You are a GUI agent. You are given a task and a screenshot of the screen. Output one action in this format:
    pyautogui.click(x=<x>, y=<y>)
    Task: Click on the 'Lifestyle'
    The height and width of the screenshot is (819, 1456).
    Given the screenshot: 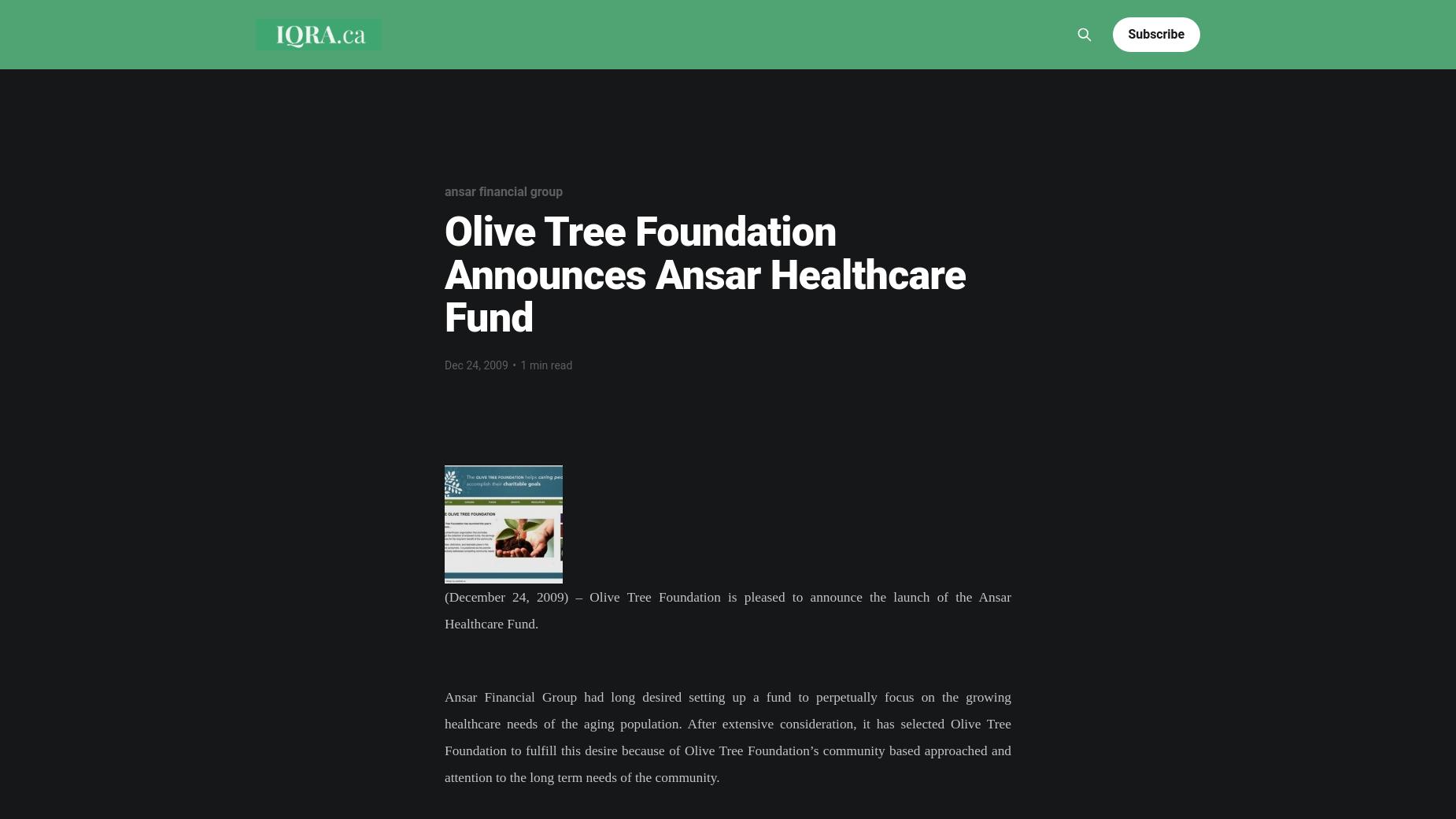 What is the action you would take?
    pyautogui.click(x=712, y=10)
    